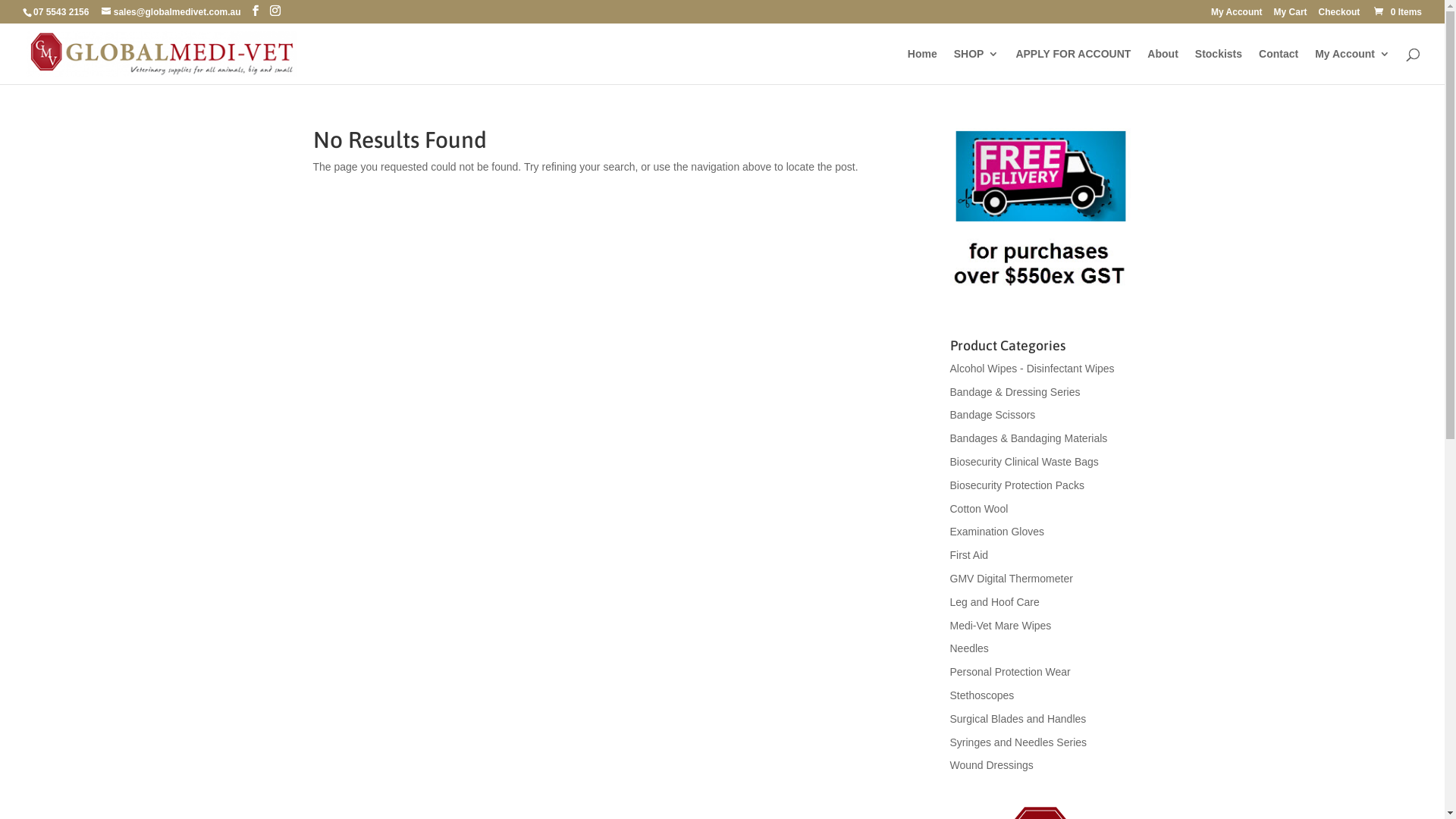 The width and height of the screenshot is (1456, 819). What do you see at coordinates (1028, 438) in the screenshot?
I see `'Bandages & Bandaging Materials'` at bounding box center [1028, 438].